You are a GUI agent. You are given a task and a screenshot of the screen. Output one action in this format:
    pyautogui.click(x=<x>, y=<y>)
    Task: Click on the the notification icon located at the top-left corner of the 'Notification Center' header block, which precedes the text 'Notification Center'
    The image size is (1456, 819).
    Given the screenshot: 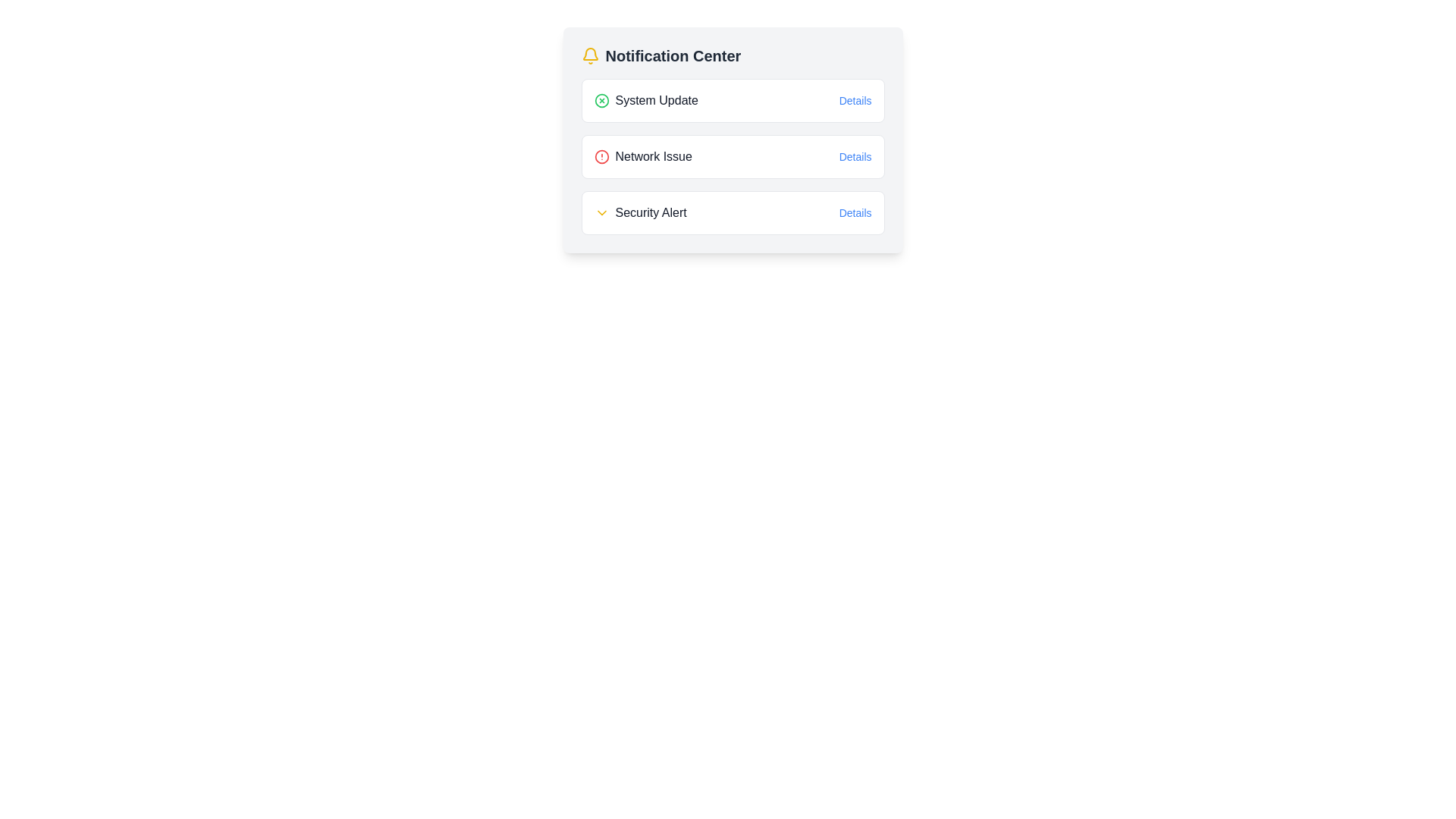 What is the action you would take?
    pyautogui.click(x=589, y=55)
    